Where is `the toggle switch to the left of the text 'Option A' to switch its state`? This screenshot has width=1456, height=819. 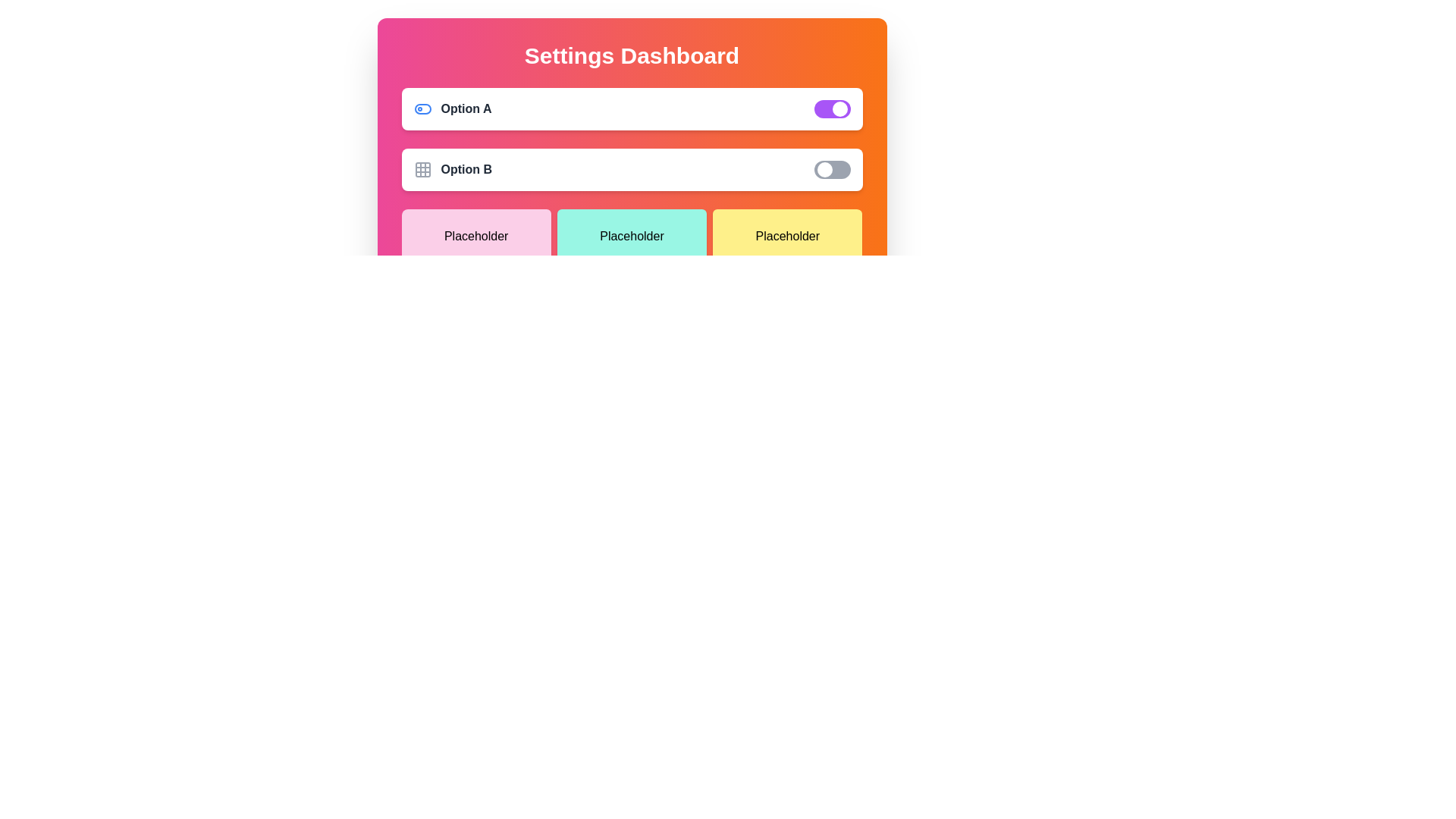
the toggle switch to the left of the text 'Option A' to switch its state is located at coordinates (422, 108).